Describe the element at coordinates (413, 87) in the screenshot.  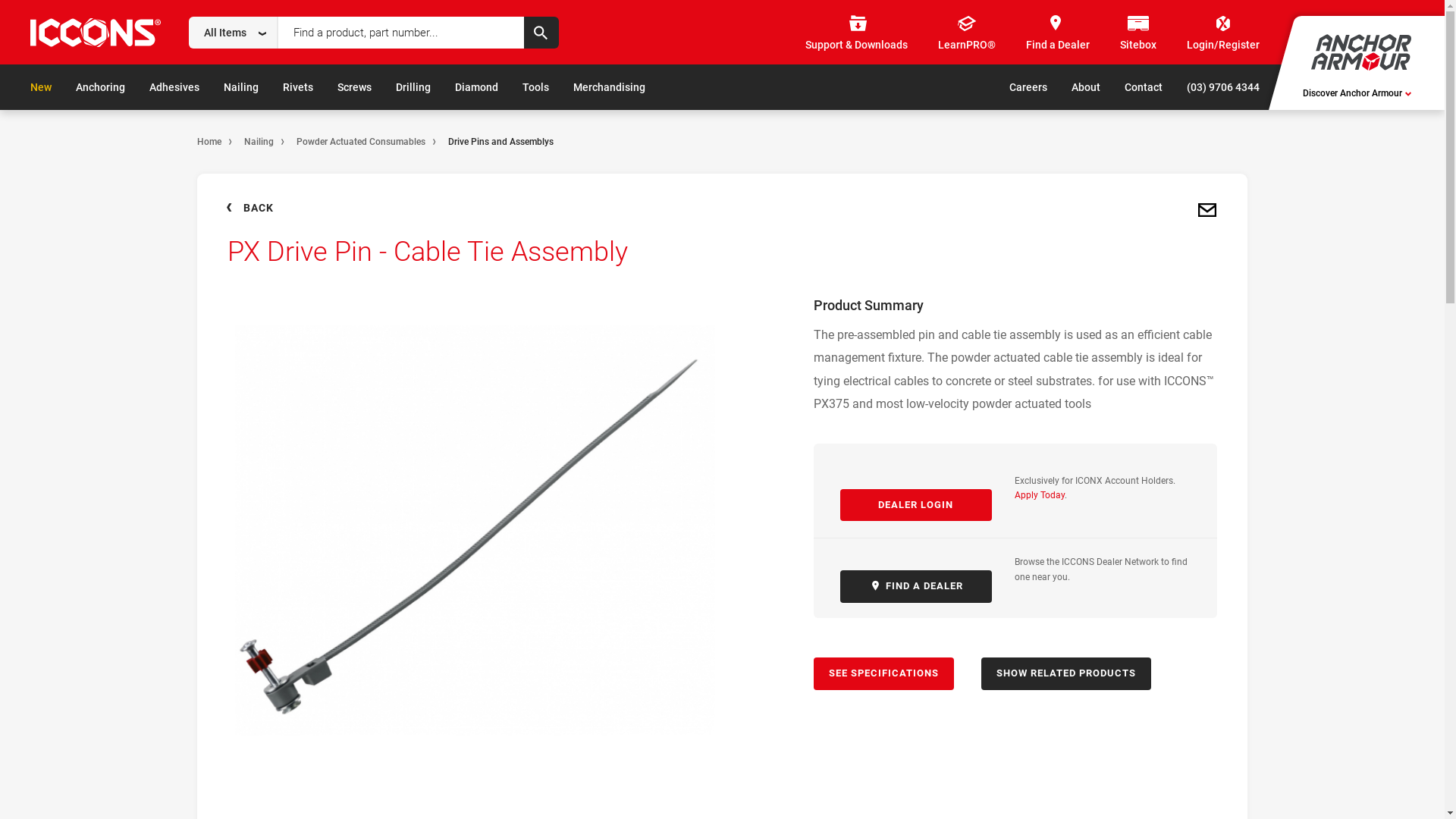
I see `'Drilling'` at that location.